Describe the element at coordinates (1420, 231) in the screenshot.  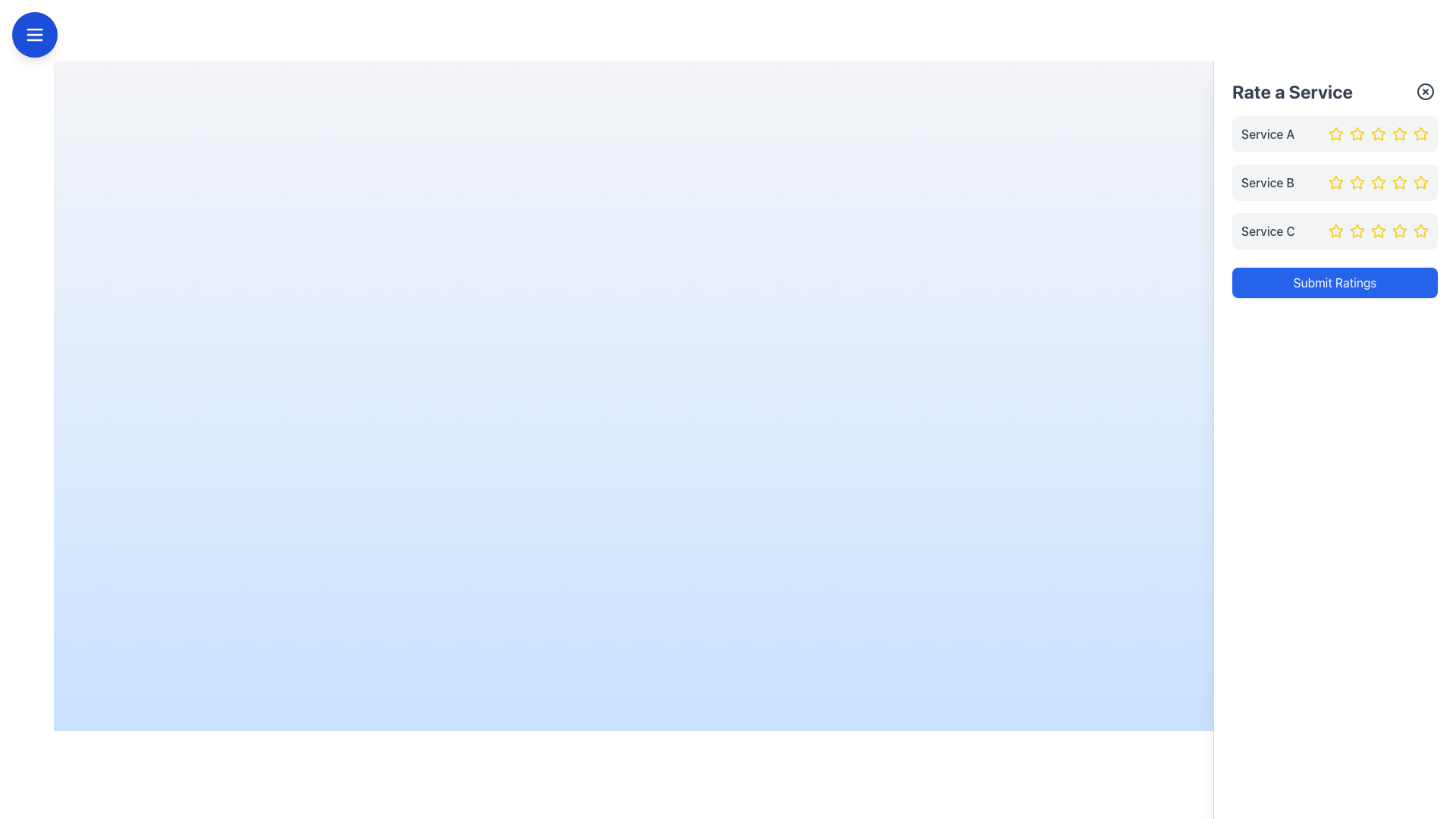
I see `the fifth star in the row of stars for 'Service C' to observe the color change` at that location.